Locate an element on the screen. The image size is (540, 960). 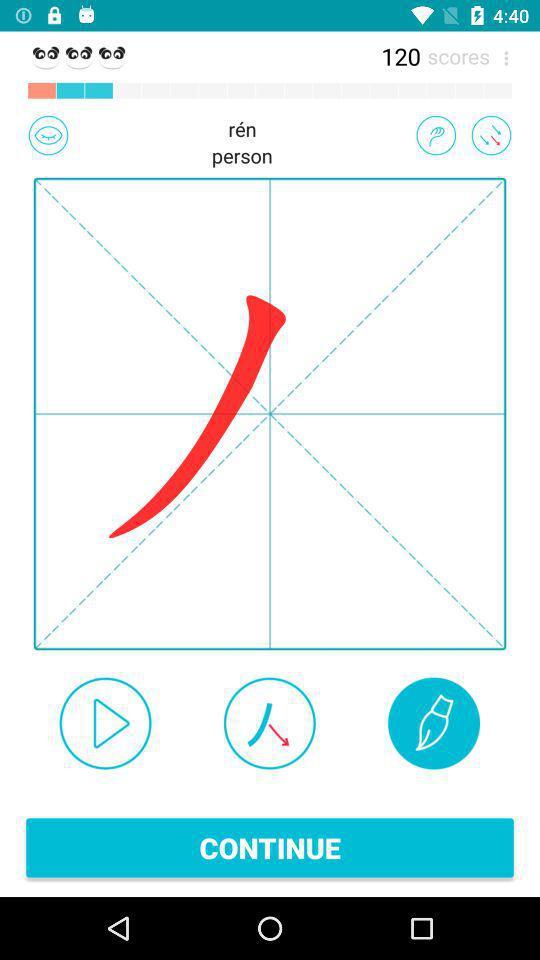
the third box which is above ren person is located at coordinates (97, 91).